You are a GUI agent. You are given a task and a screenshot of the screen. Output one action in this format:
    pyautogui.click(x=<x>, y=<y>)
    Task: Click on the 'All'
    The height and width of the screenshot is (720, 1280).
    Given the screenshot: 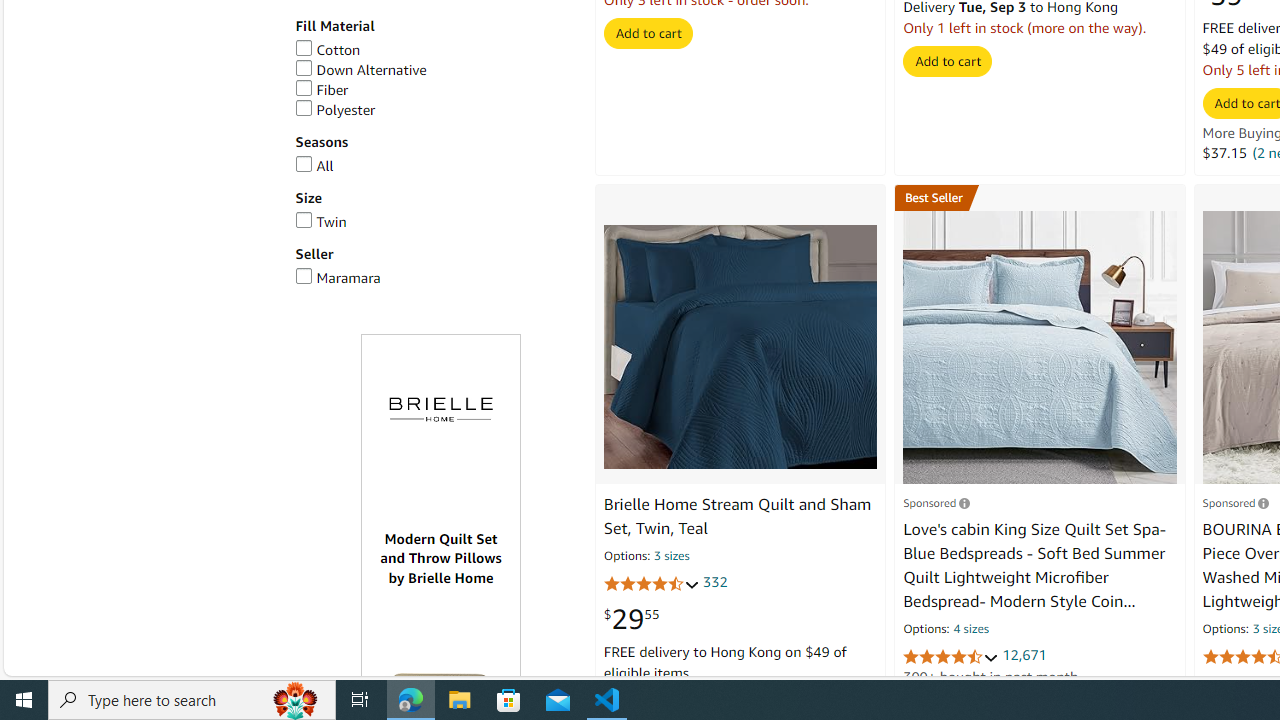 What is the action you would take?
    pyautogui.click(x=313, y=164)
    